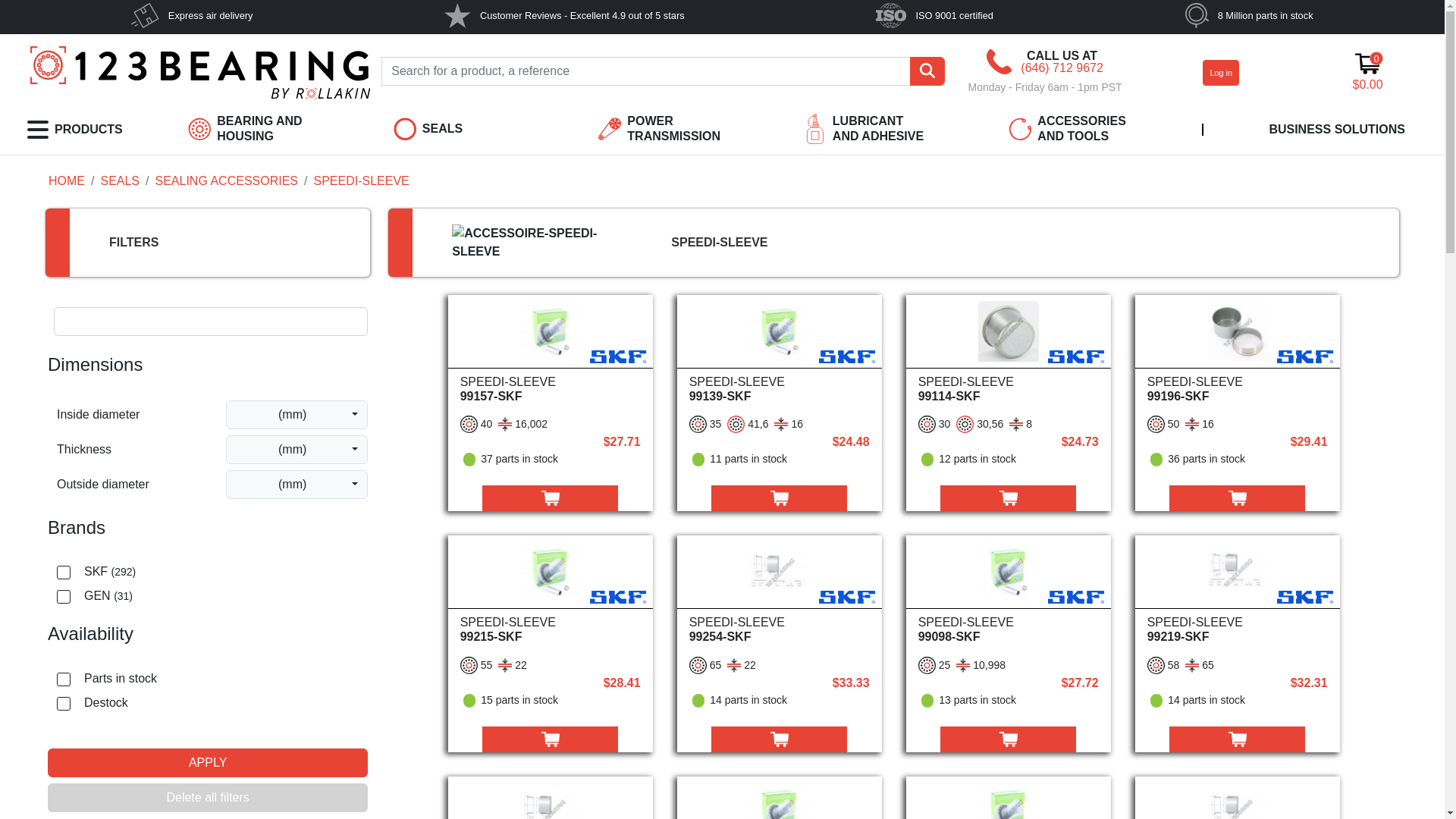 Image resolution: width=1456 pixels, height=819 pixels. Describe the element at coordinates (1249, 15) in the screenshot. I see `'8 Million parts in stock` at that location.